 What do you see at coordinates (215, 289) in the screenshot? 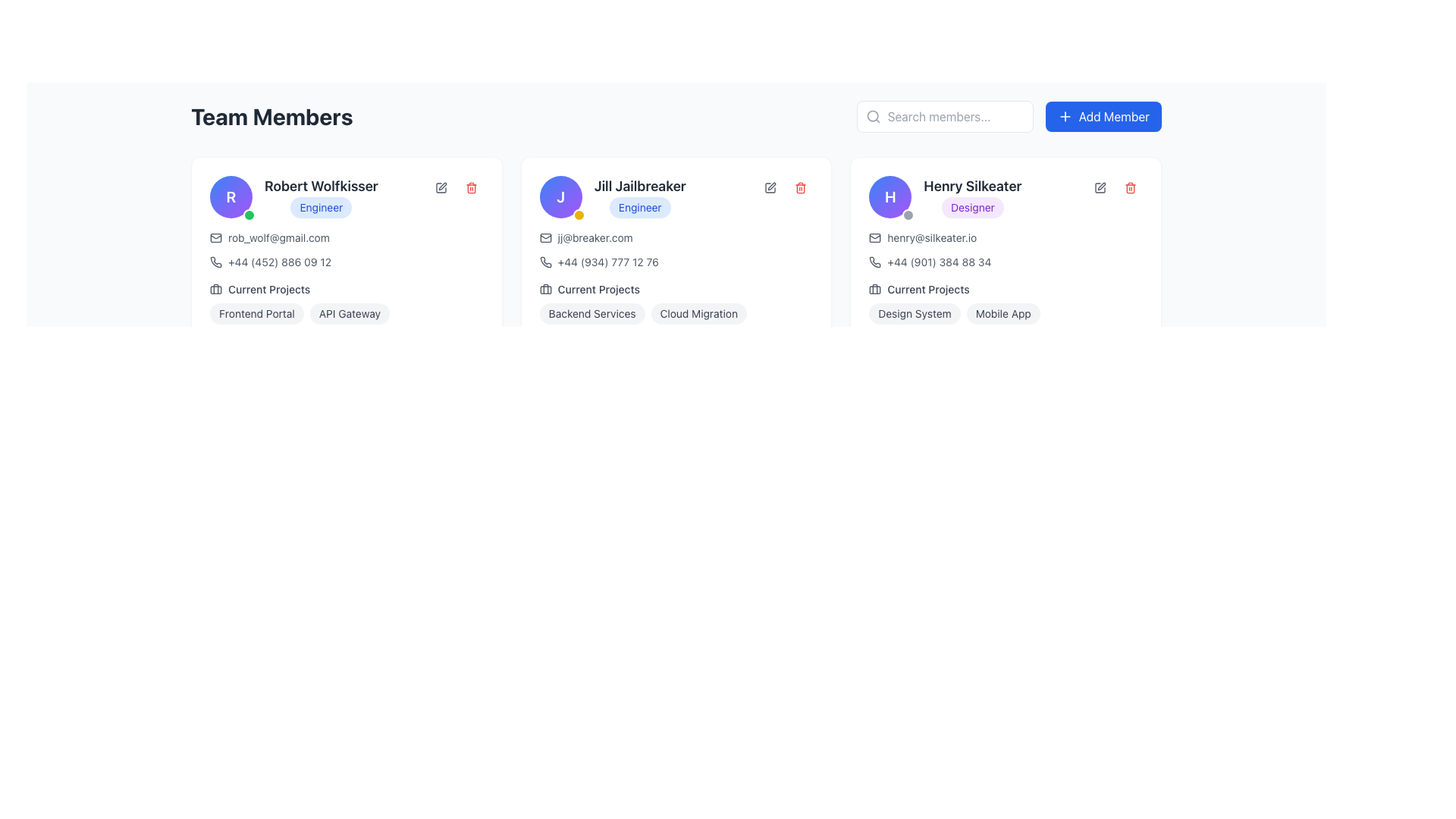
I see `the briefcase icon located in the 'Current Projects' section associated with team member 'Robert Wolfkisser'` at bounding box center [215, 289].